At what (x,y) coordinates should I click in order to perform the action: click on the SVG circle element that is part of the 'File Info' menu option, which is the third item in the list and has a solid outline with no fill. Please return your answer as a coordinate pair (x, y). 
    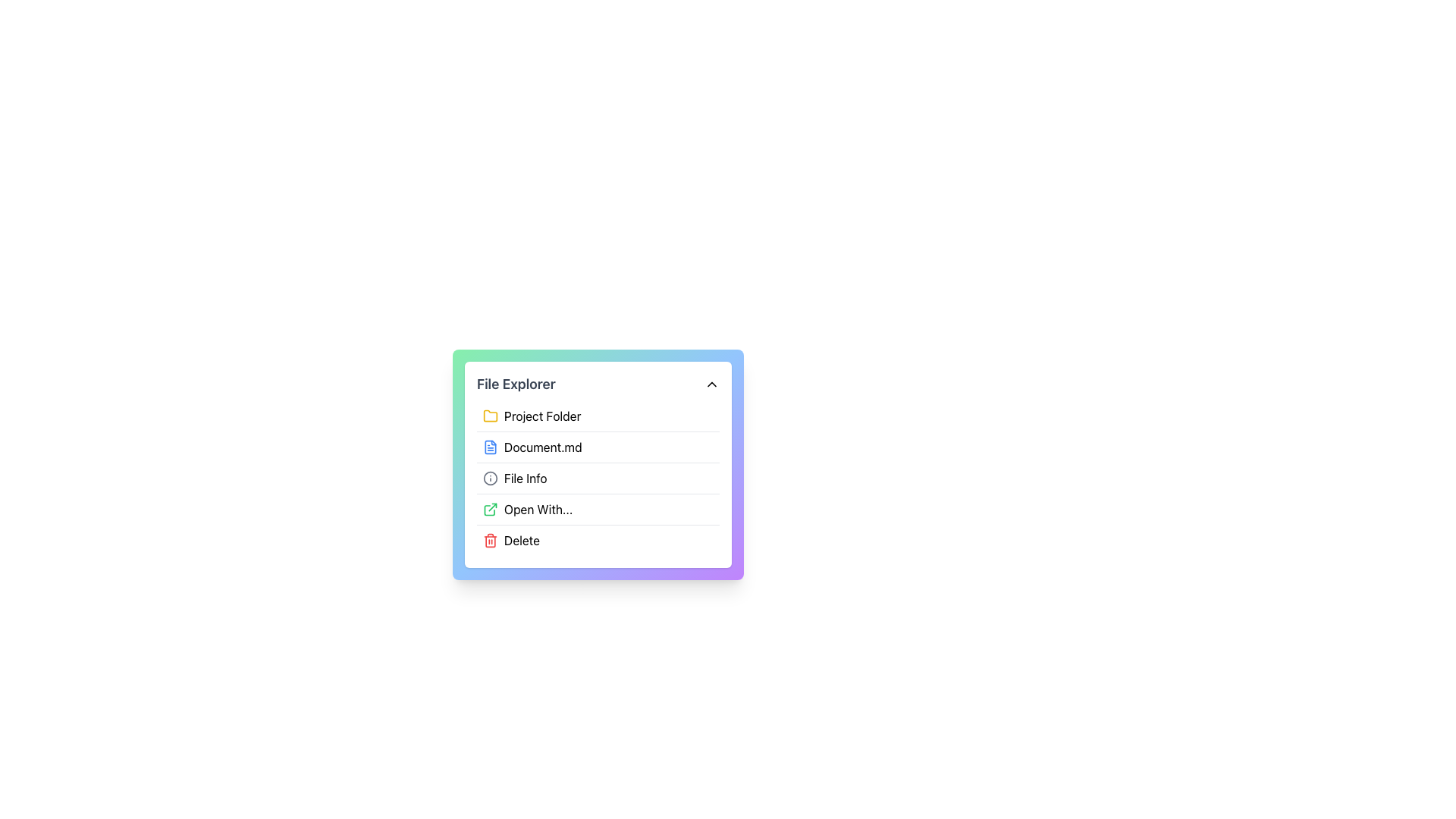
    Looking at the image, I should click on (491, 479).